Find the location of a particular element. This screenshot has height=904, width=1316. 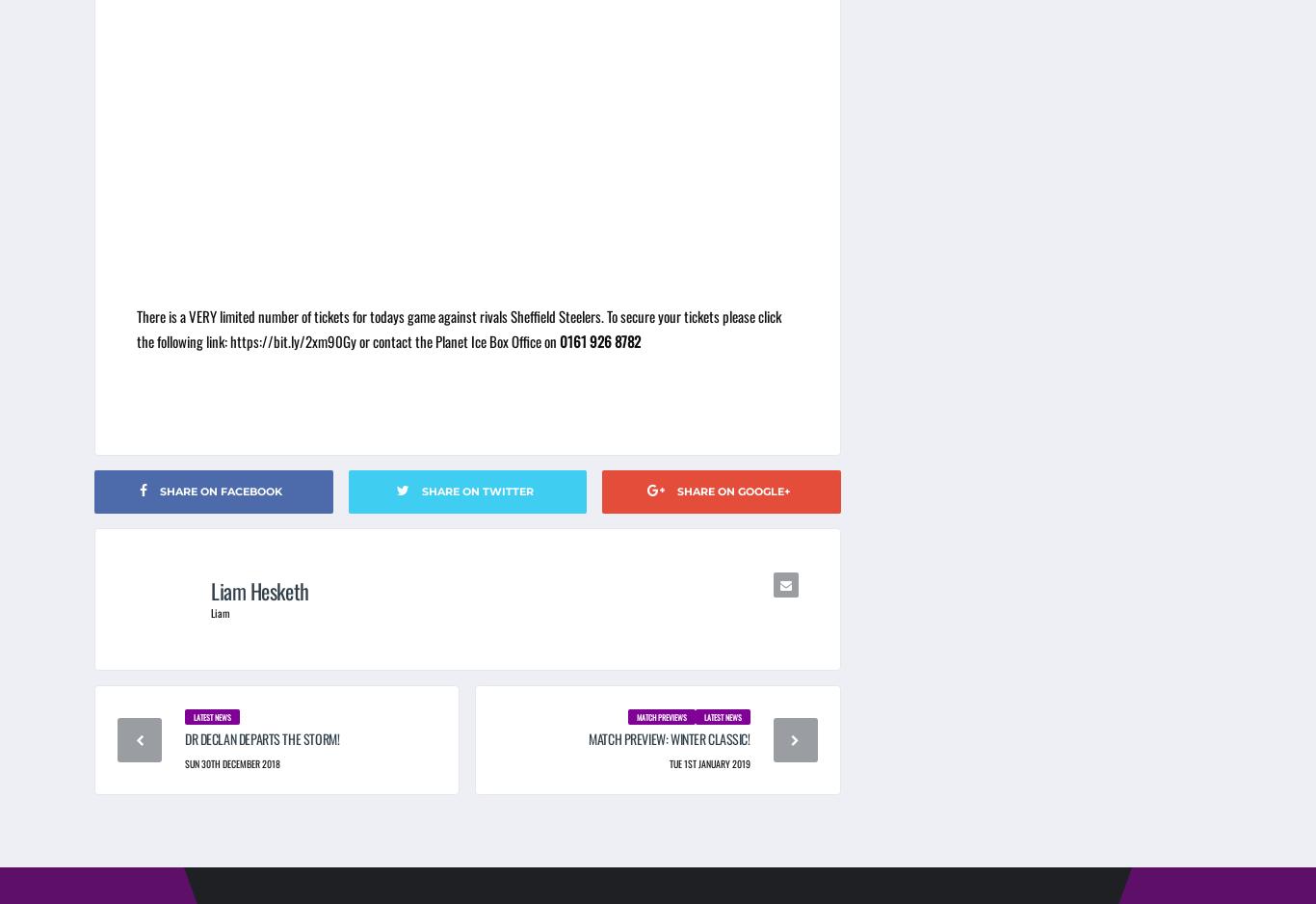

'Share on Twitter' is located at coordinates (477, 490).